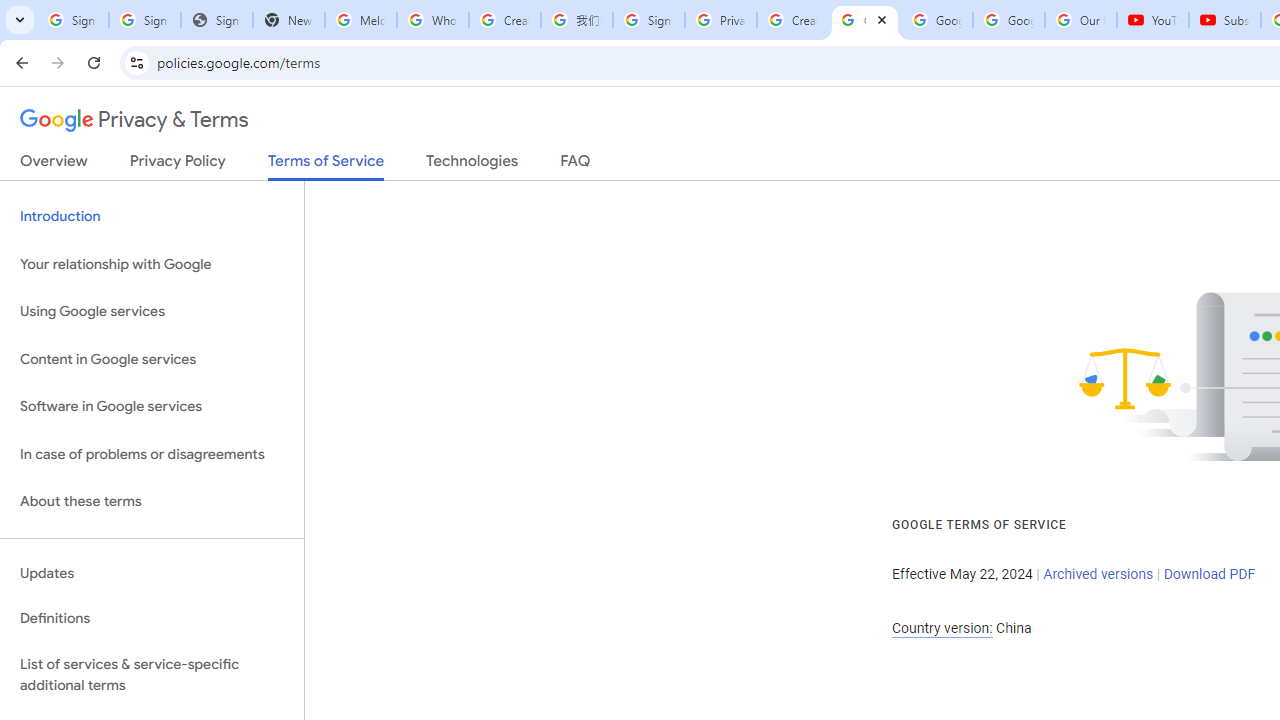 Image resolution: width=1280 pixels, height=720 pixels. I want to click on 'Definitions', so click(151, 618).